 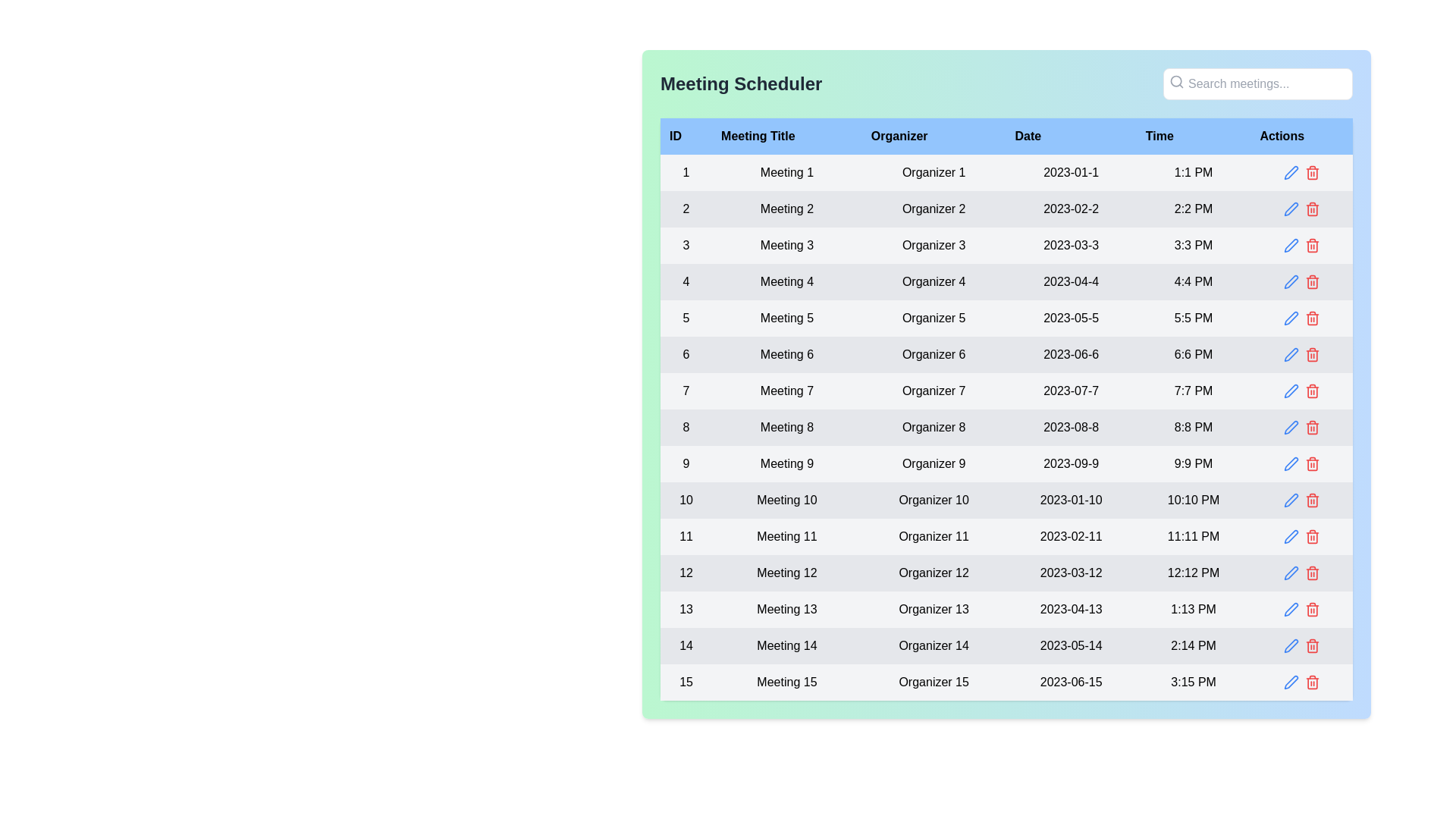 What do you see at coordinates (1290, 646) in the screenshot?
I see `the blue pen icon in the 'Actions' column for the meeting scheduled on 2023-05-14 at 2:14 PM to observe the hover effect` at bounding box center [1290, 646].